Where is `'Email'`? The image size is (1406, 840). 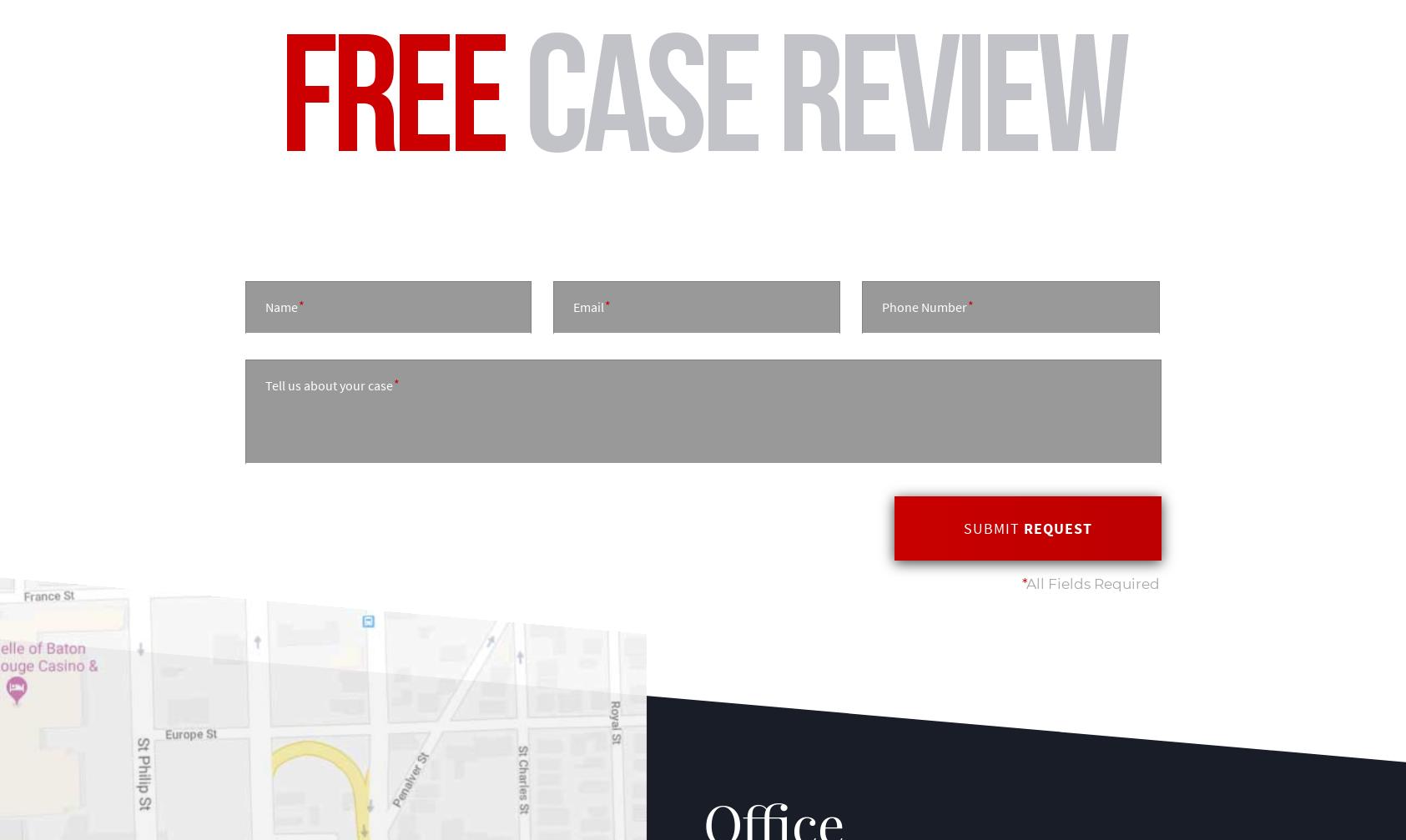
'Email' is located at coordinates (587, 306).